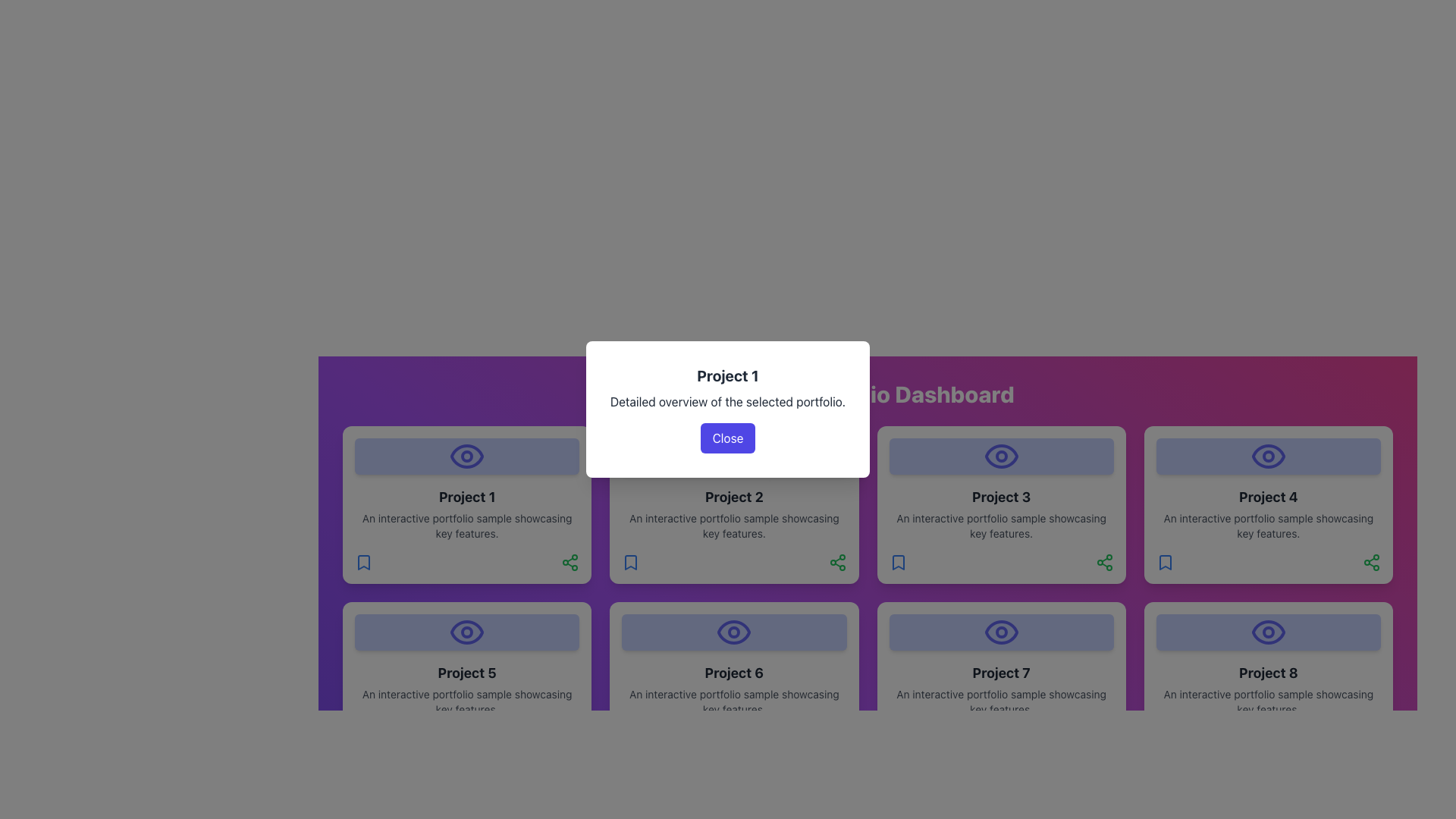  What do you see at coordinates (734, 701) in the screenshot?
I see `the text label that reads 'An interactive portfolio sample showcasing key features,' which is located inside a white rounded rectangle in the bottom portion of the card labeled 'Project 6.'` at bounding box center [734, 701].